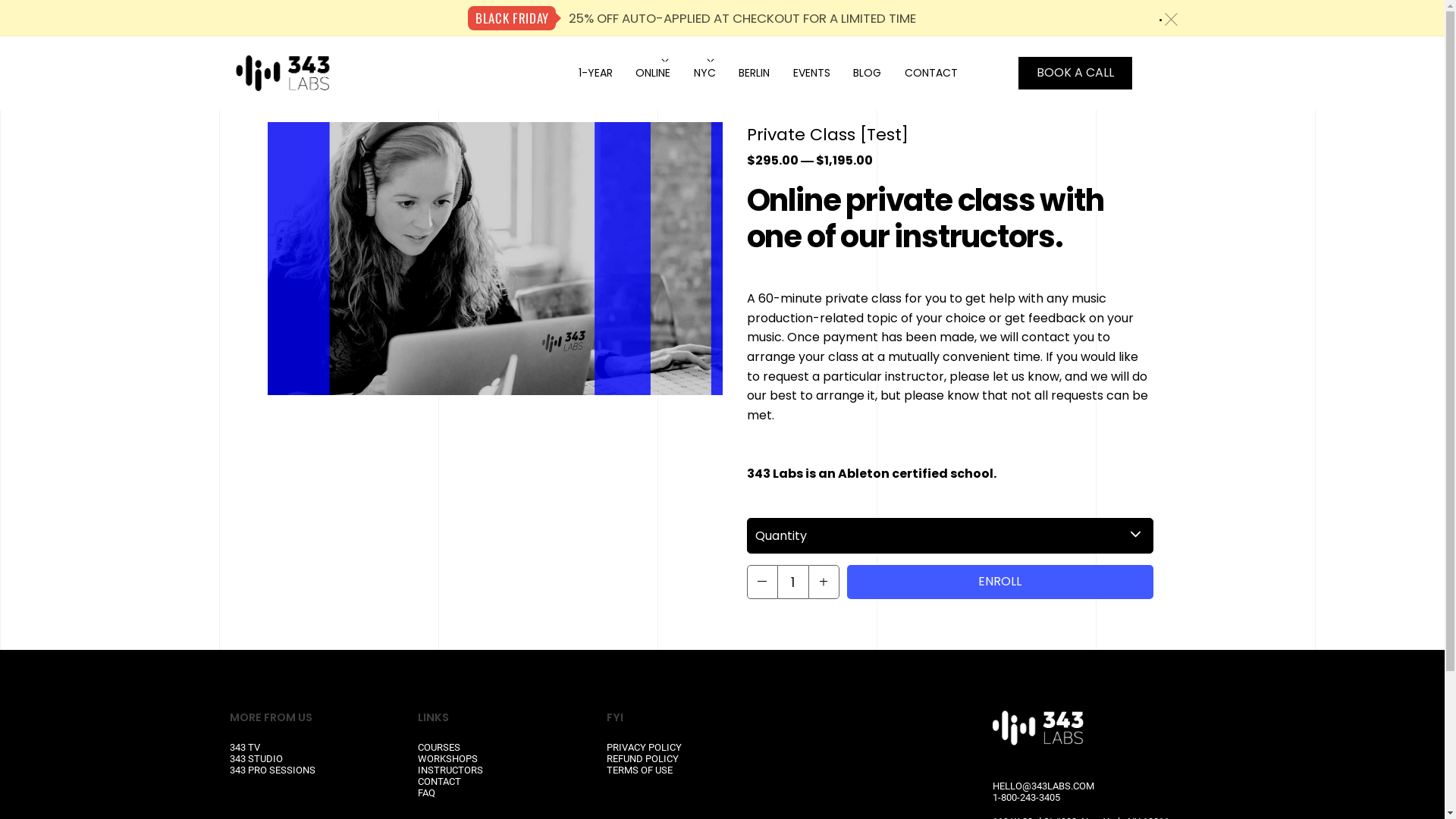 The height and width of the screenshot is (819, 1456). I want to click on 'PRIVACY POLICY', so click(644, 746).